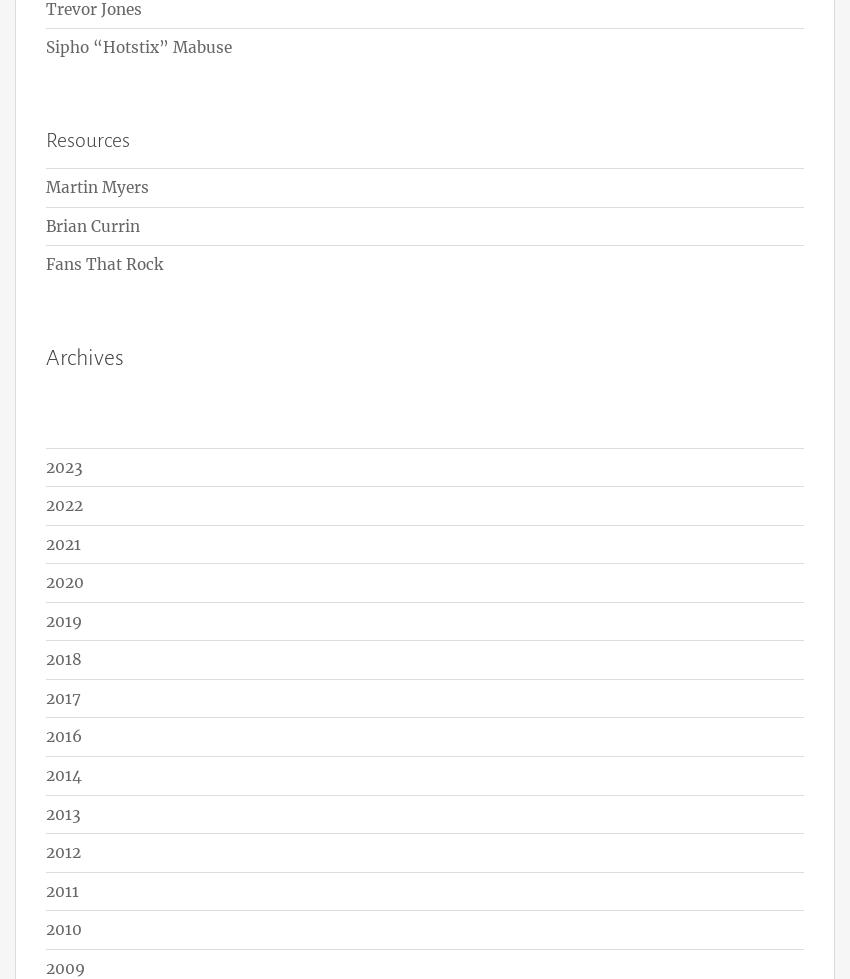 This screenshot has width=850, height=979. Describe the element at coordinates (64, 928) in the screenshot. I see `'2010'` at that location.